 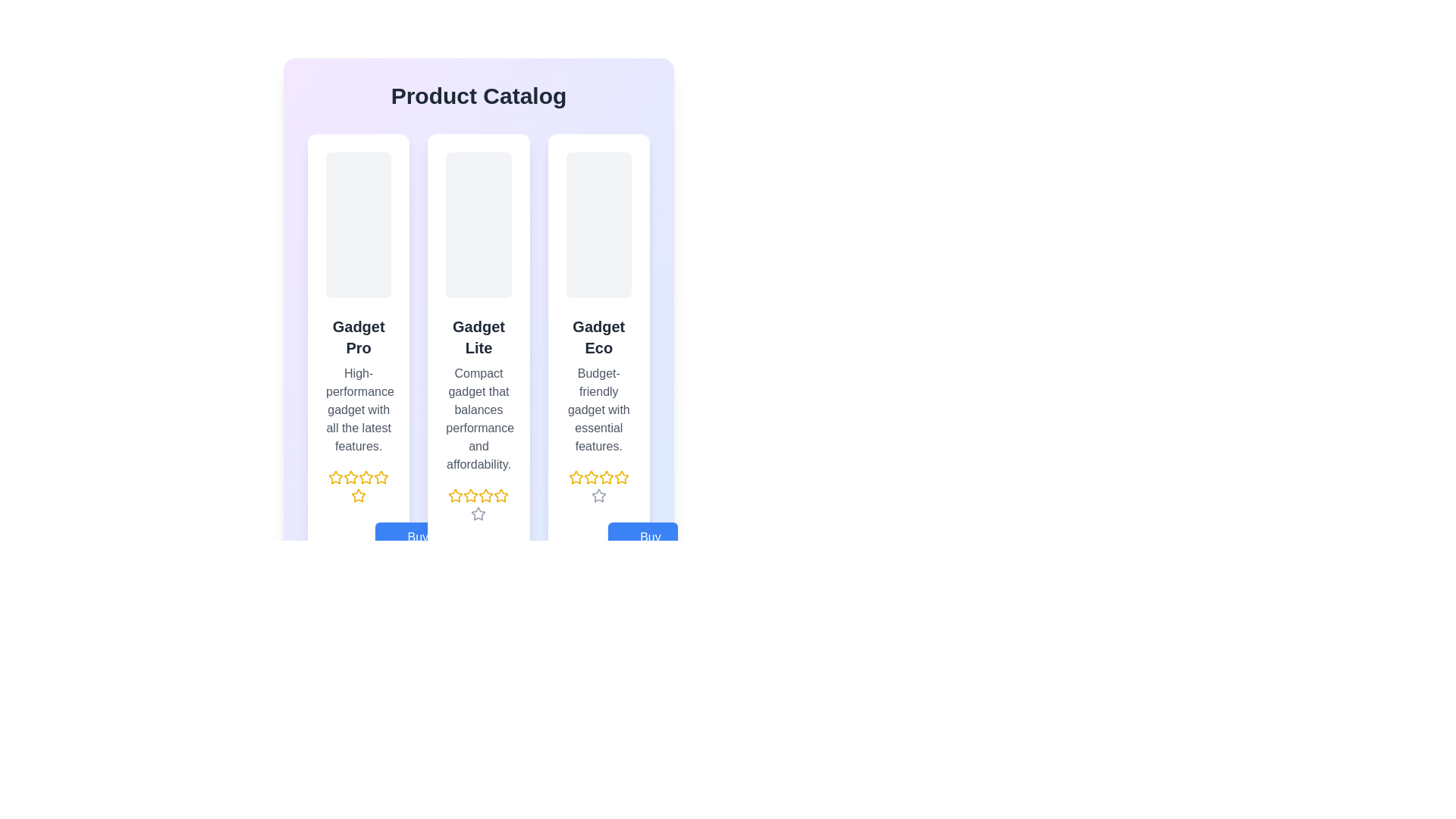 I want to click on the fifth star icon in the rating system for the 'Gadget Pro' product, so click(x=358, y=495).